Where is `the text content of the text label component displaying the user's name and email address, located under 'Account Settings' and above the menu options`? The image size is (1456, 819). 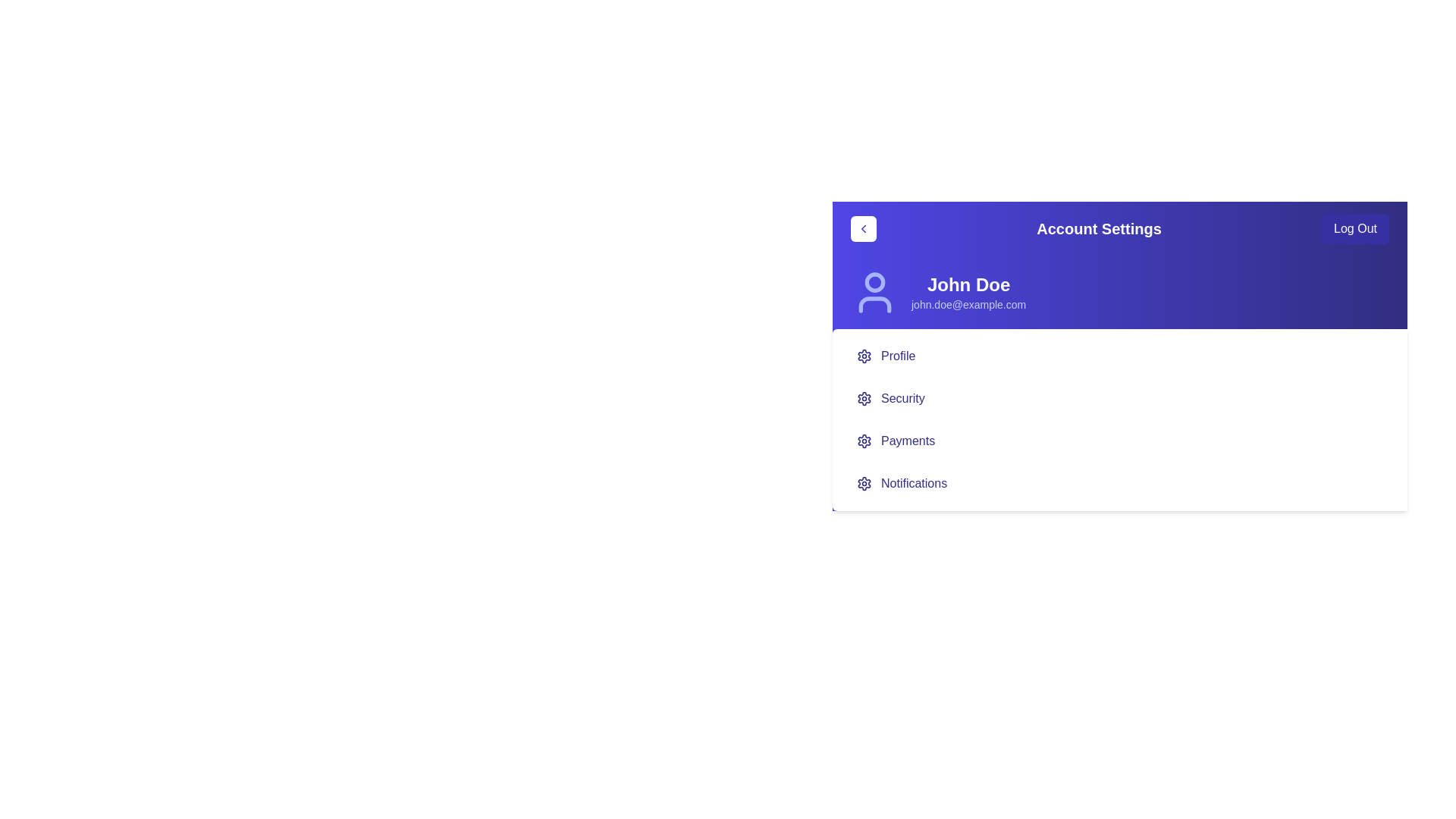
the text content of the text label component displaying the user's name and email address, located under 'Account Settings' and above the menu options is located at coordinates (968, 292).